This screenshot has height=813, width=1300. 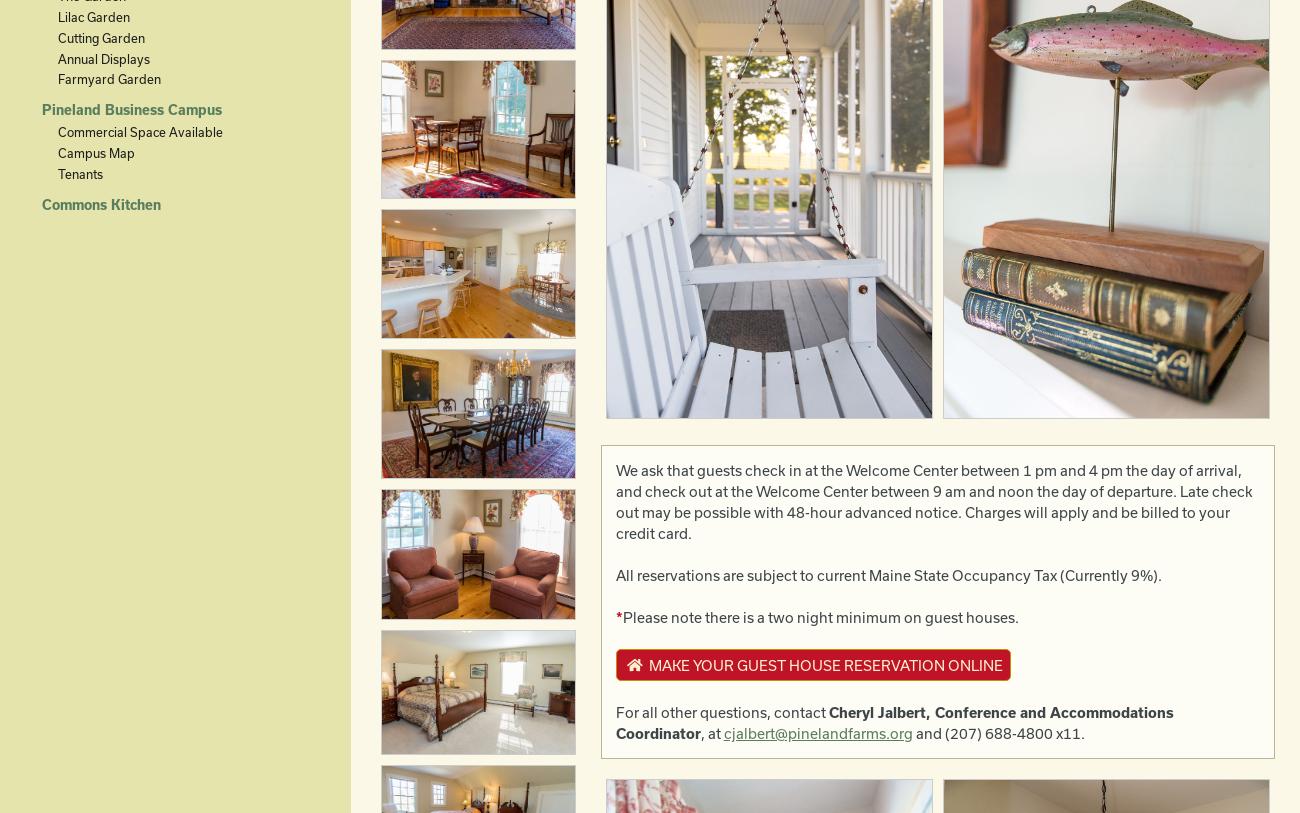 What do you see at coordinates (95, 152) in the screenshot?
I see `'Campus Map'` at bounding box center [95, 152].